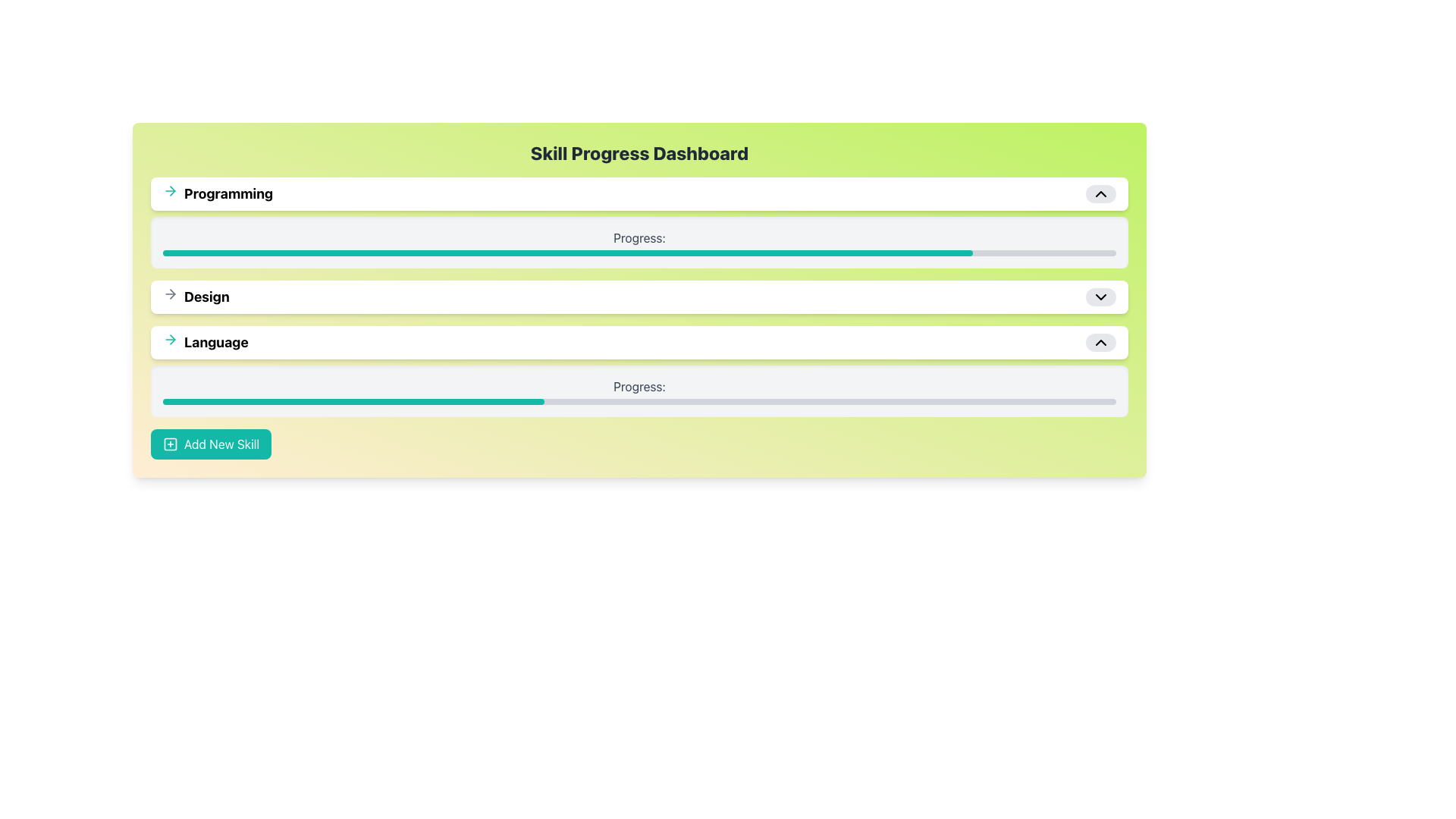  Describe the element at coordinates (639, 391) in the screenshot. I see `the Progress Indicator element that displays the progress status for the 'Language' skill, located as the third entry in the dashboard's vertically stacked sections` at that location.